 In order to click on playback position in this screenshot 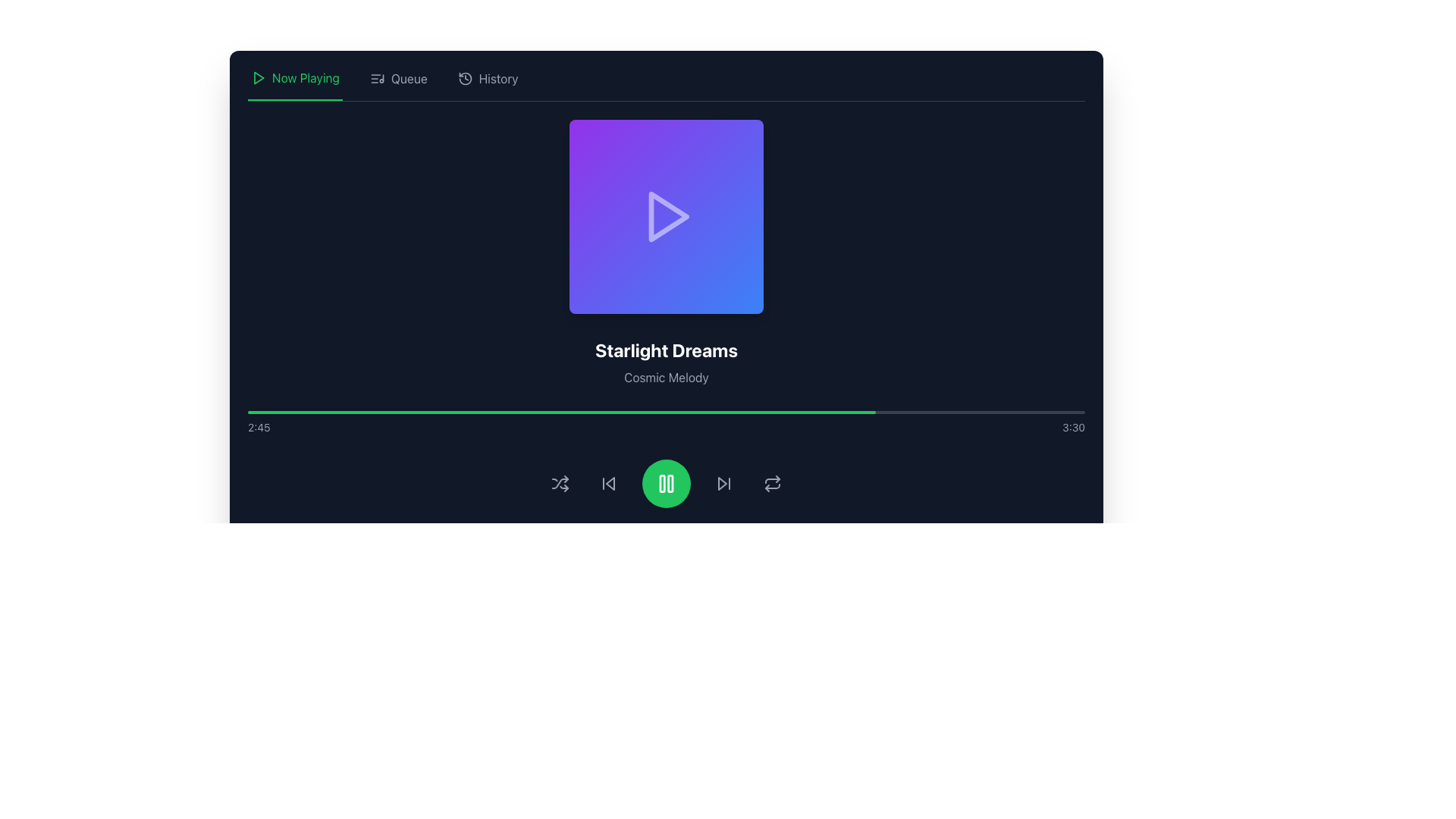, I will do `click(397, 412)`.